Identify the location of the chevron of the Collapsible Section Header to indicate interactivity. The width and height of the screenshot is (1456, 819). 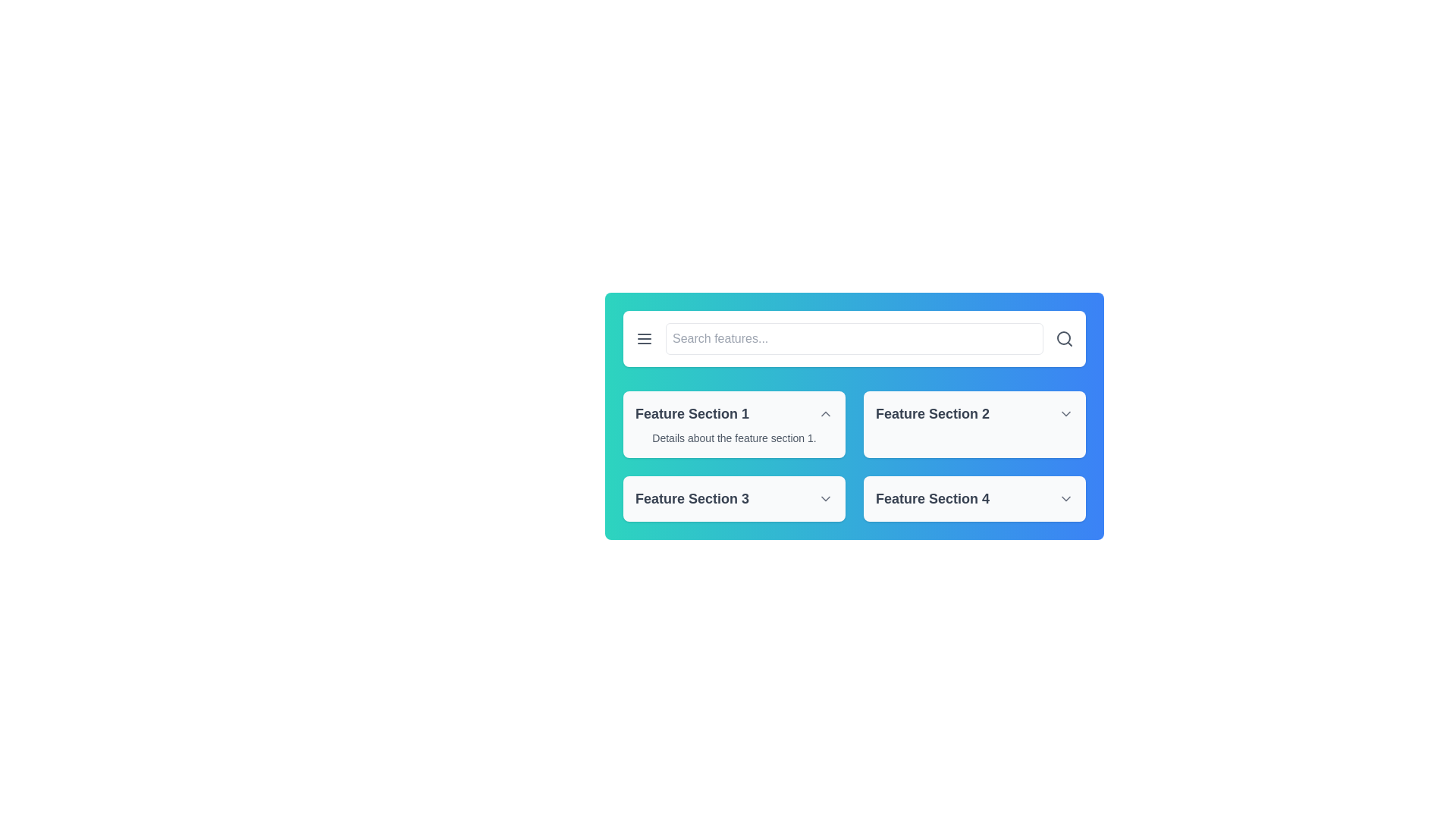
(734, 499).